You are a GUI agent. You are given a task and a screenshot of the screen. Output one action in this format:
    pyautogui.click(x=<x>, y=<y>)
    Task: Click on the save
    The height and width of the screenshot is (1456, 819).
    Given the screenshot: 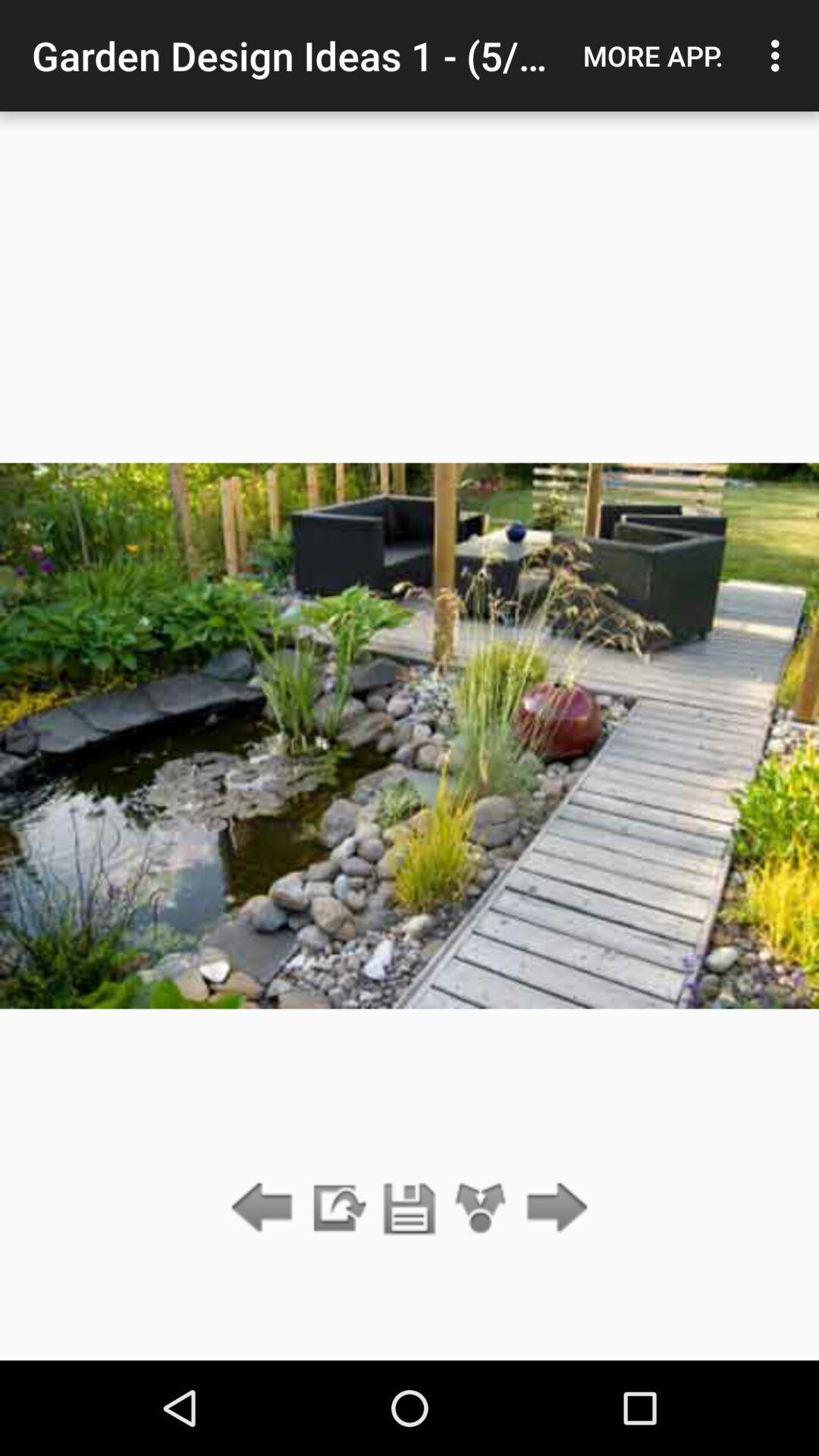 What is the action you would take?
    pyautogui.click(x=409, y=1208)
    